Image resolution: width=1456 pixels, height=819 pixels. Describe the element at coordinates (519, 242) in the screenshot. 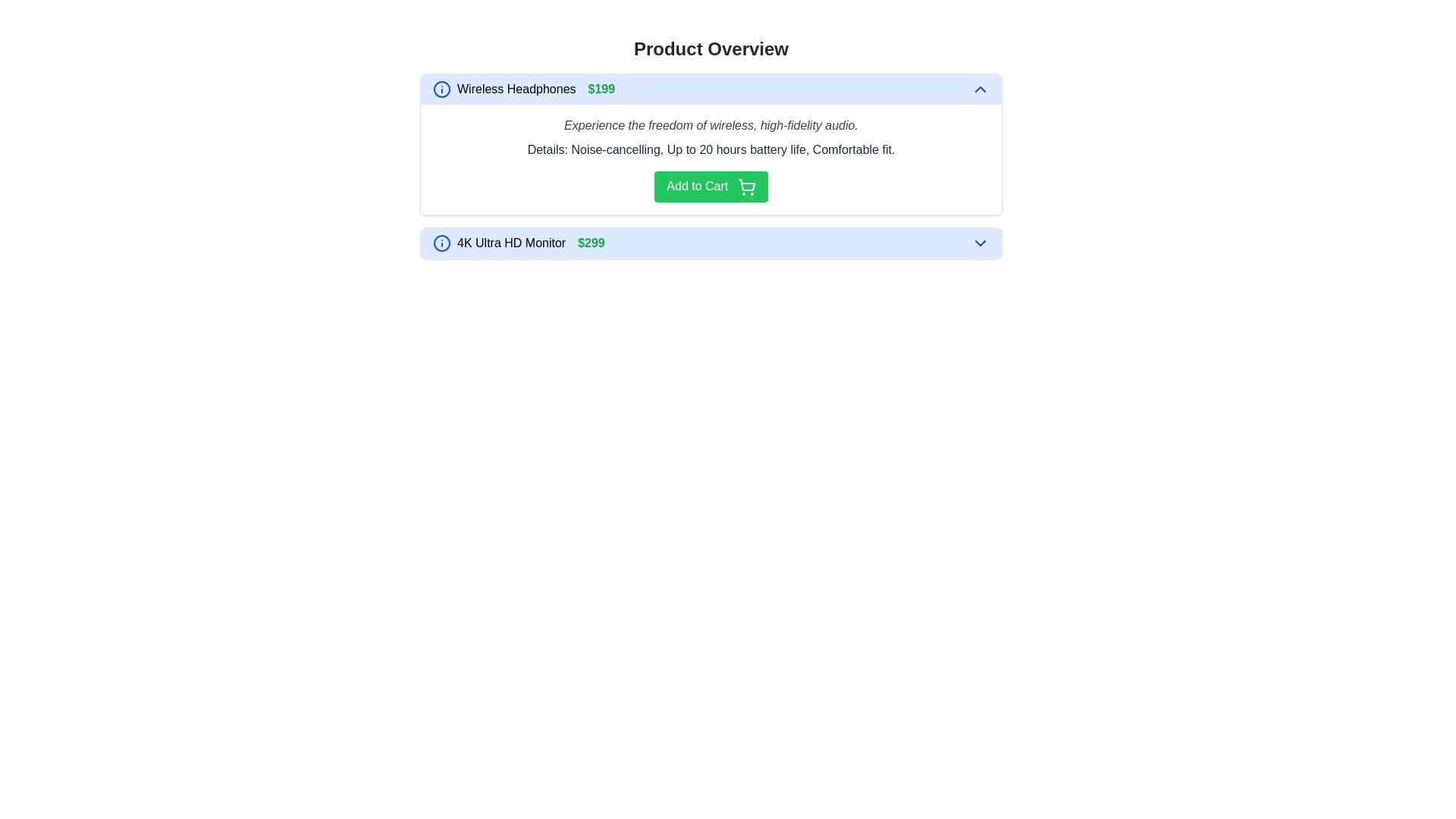

I see `the Composite element displaying the text '4K Ultra HD Monitor $299'` at that location.